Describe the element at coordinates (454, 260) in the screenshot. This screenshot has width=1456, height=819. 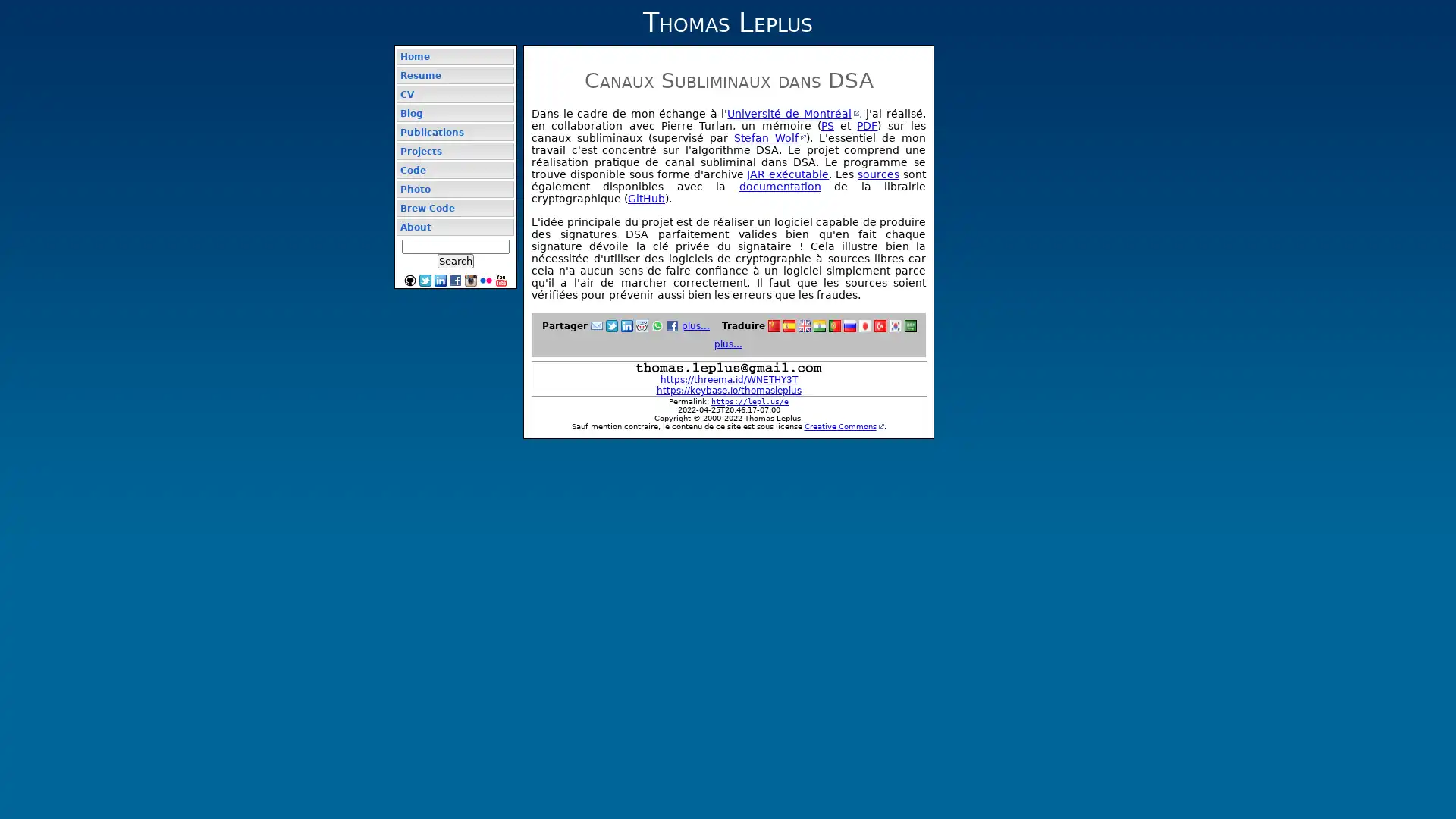
I see `Search` at that location.